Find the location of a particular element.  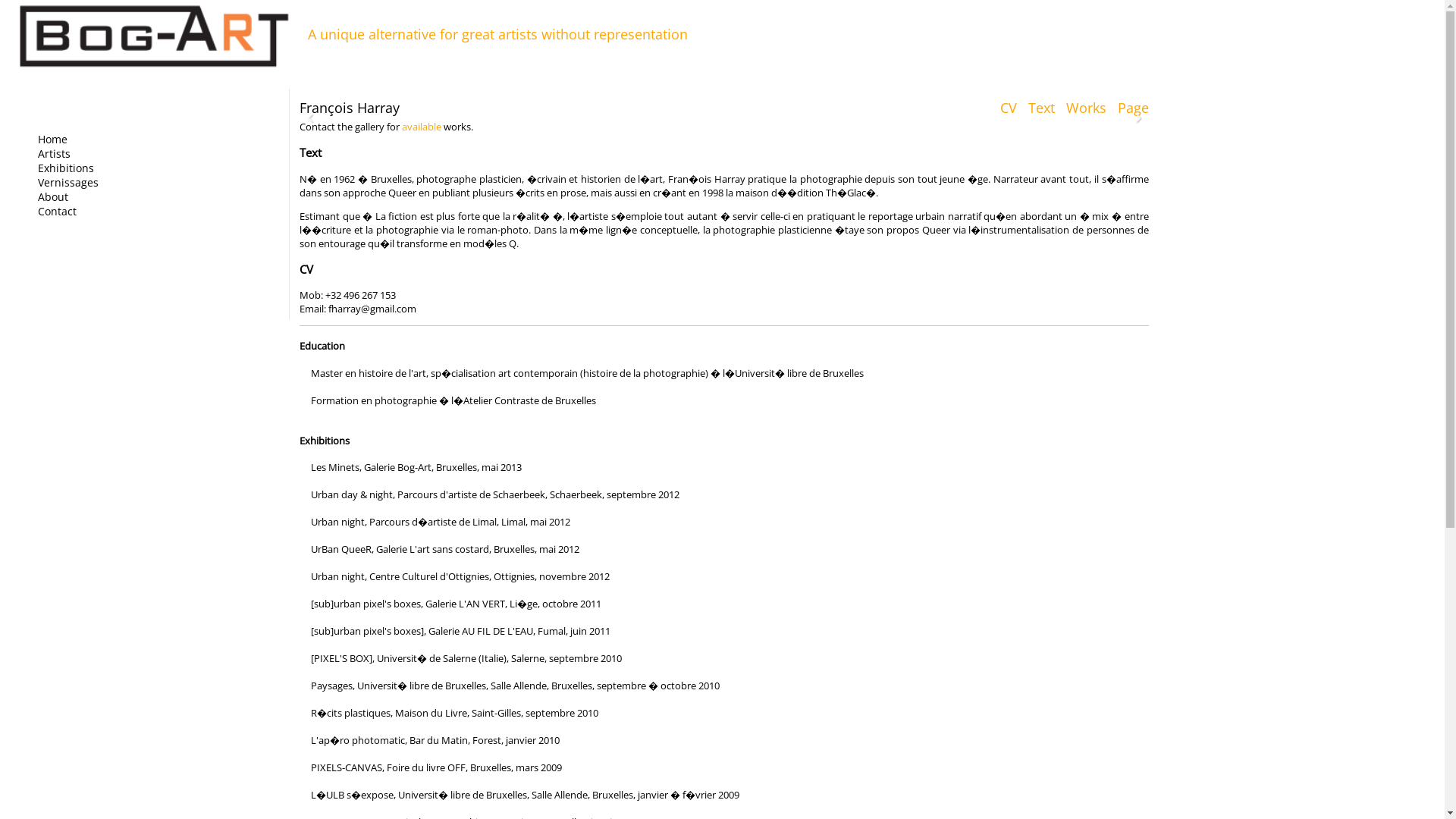

'   Exhibitions' is located at coordinates (29, 168).